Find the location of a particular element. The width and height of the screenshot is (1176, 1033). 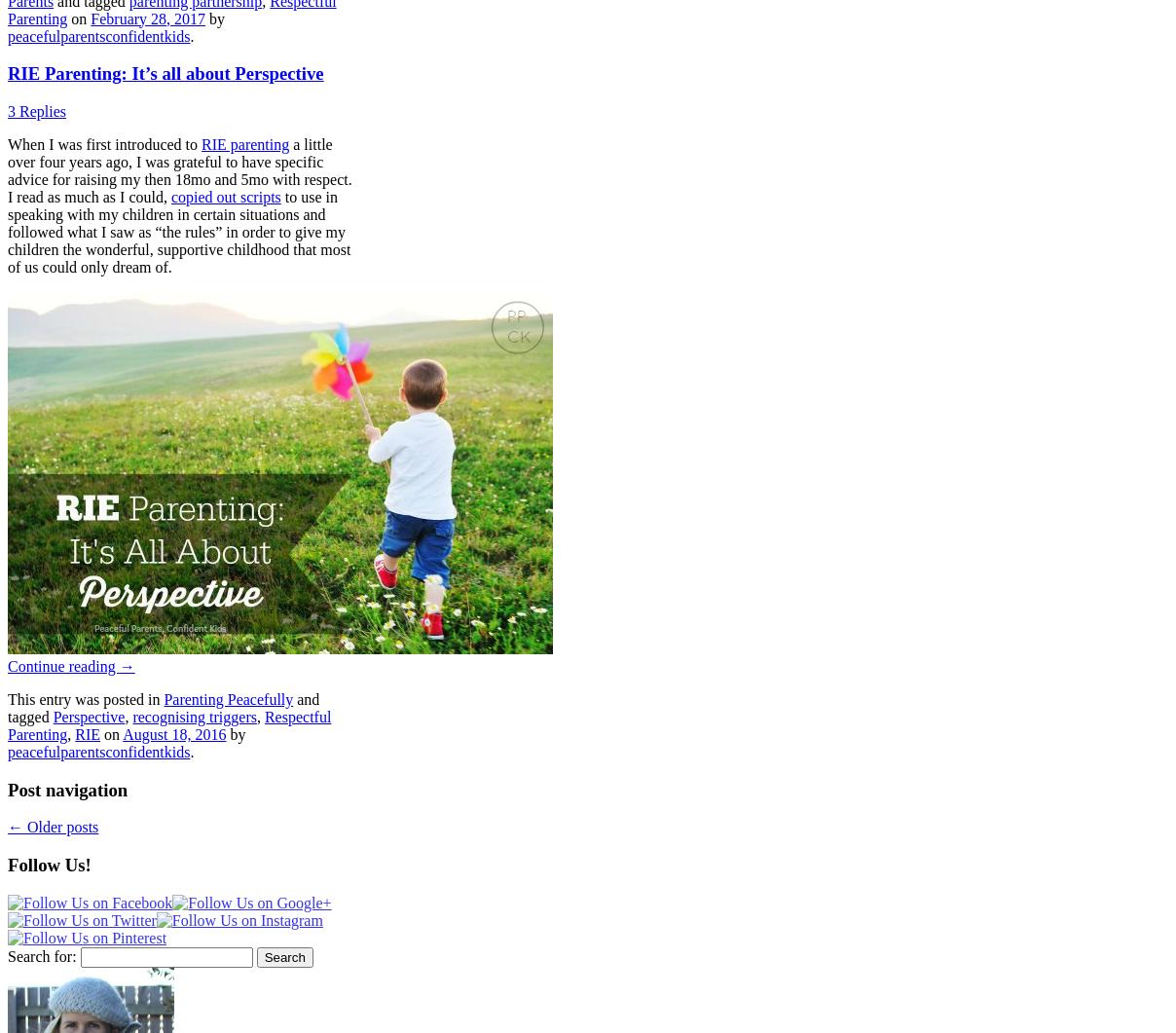

'Parenting Peacefully' is located at coordinates (228, 699).